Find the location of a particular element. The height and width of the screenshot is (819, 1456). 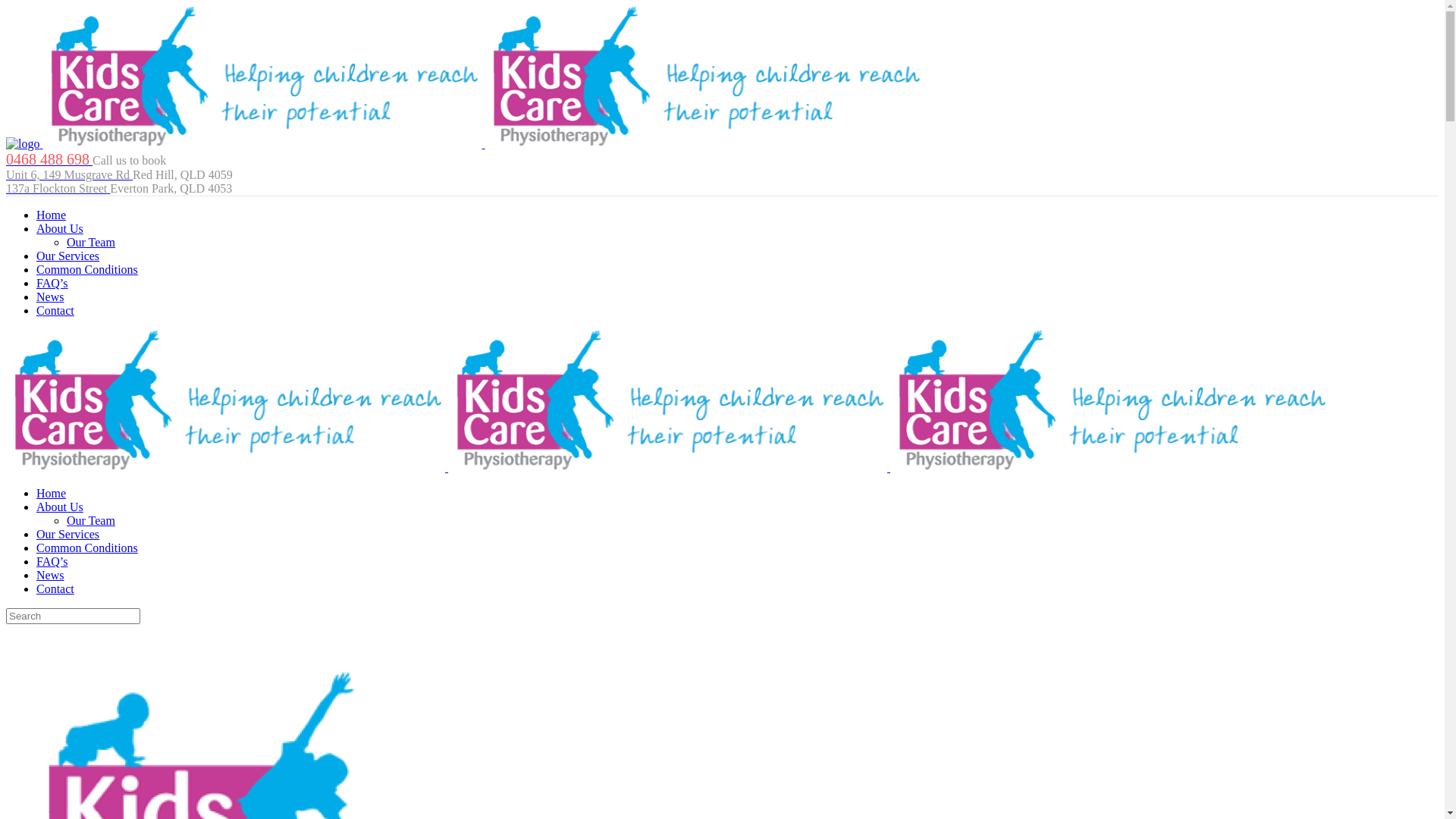

'0468 488 698' is located at coordinates (49, 160).